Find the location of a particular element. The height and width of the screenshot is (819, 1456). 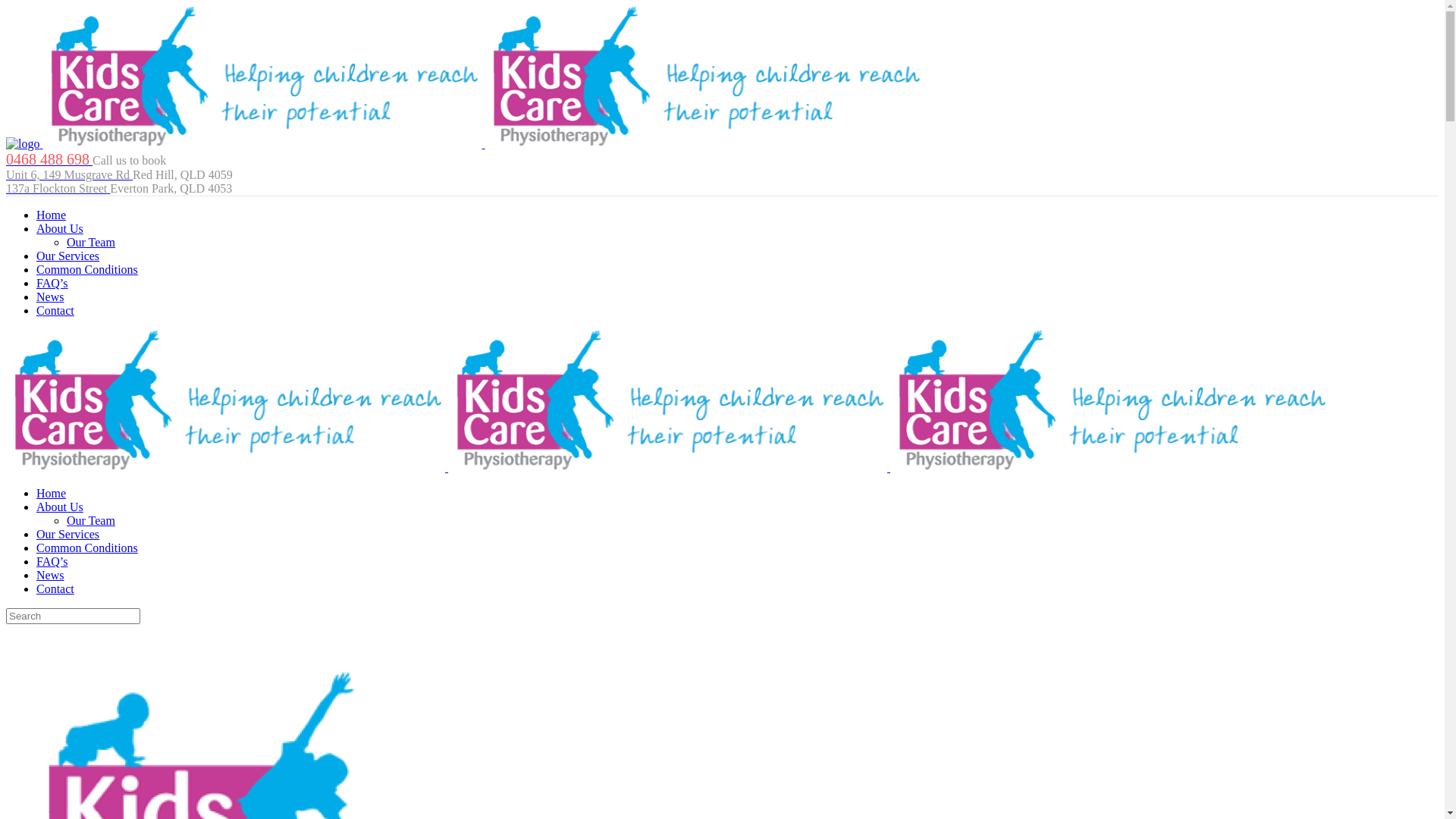

'0468 488 698' is located at coordinates (49, 160).